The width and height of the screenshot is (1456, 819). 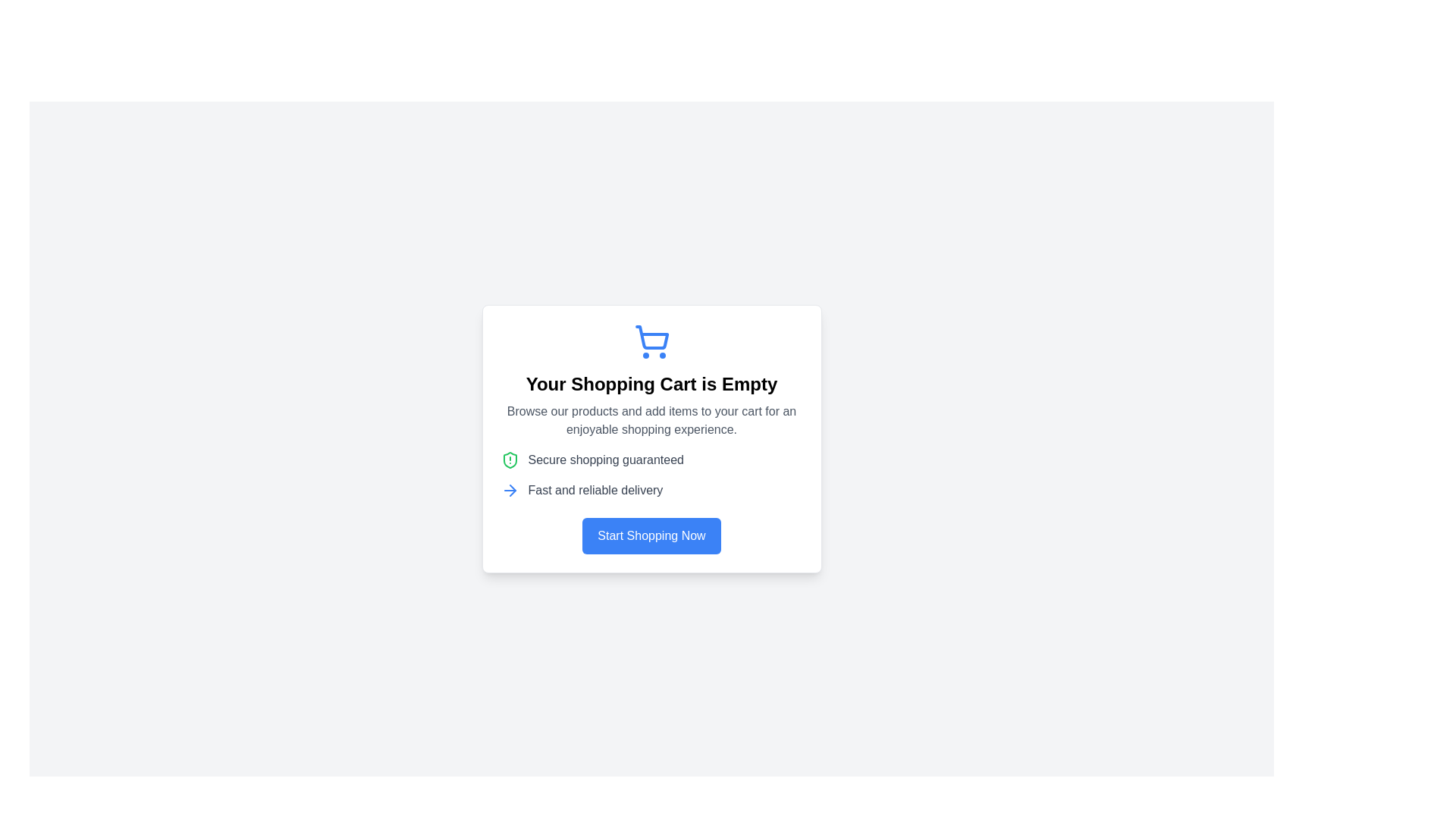 What do you see at coordinates (651, 337) in the screenshot?
I see `the decorative SVG component representing the body of the shopping cart icon, which is centered within the modal displaying an empty cart` at bounding box center [651, 337].